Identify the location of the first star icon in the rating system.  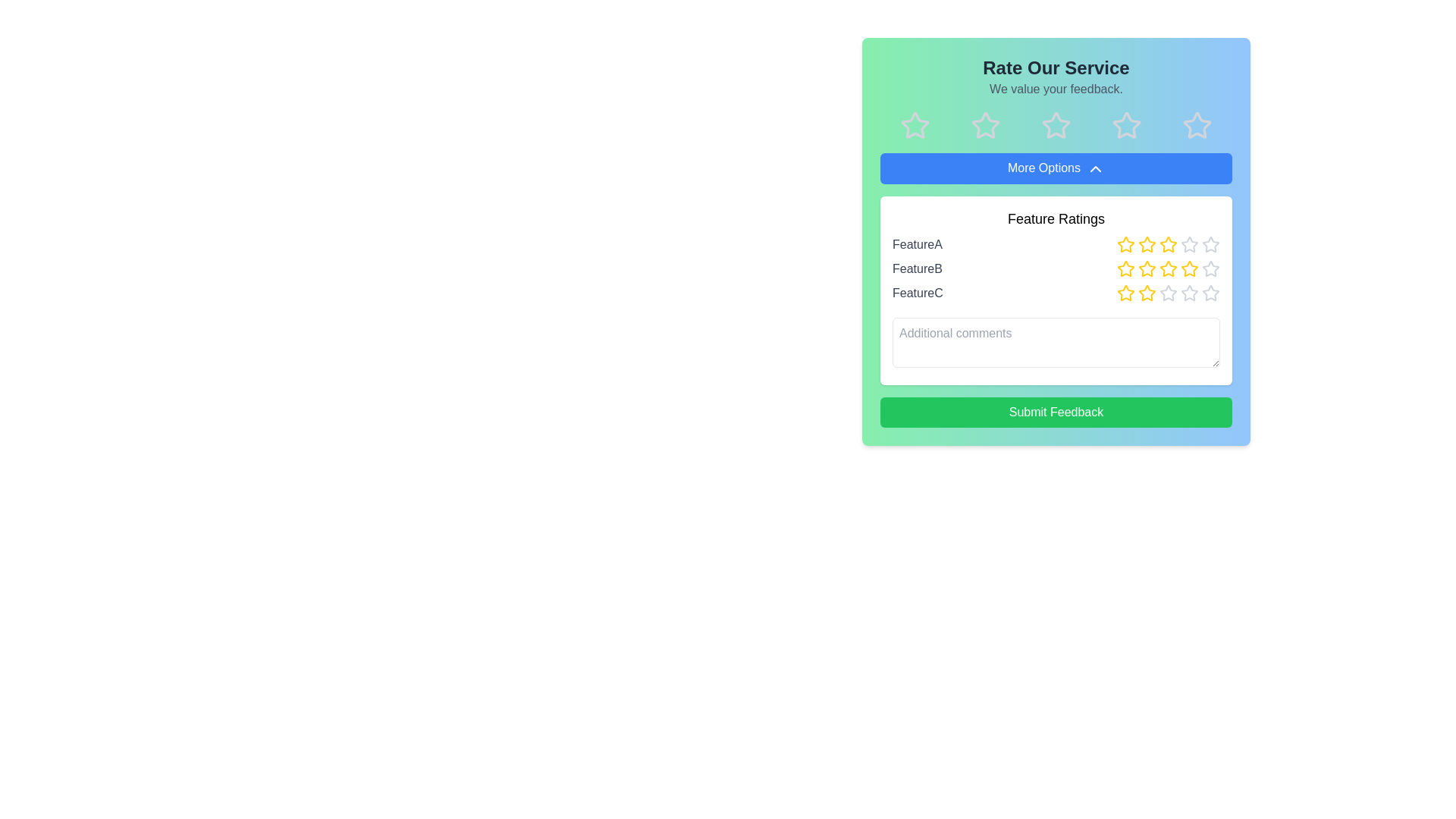
(915, 124).